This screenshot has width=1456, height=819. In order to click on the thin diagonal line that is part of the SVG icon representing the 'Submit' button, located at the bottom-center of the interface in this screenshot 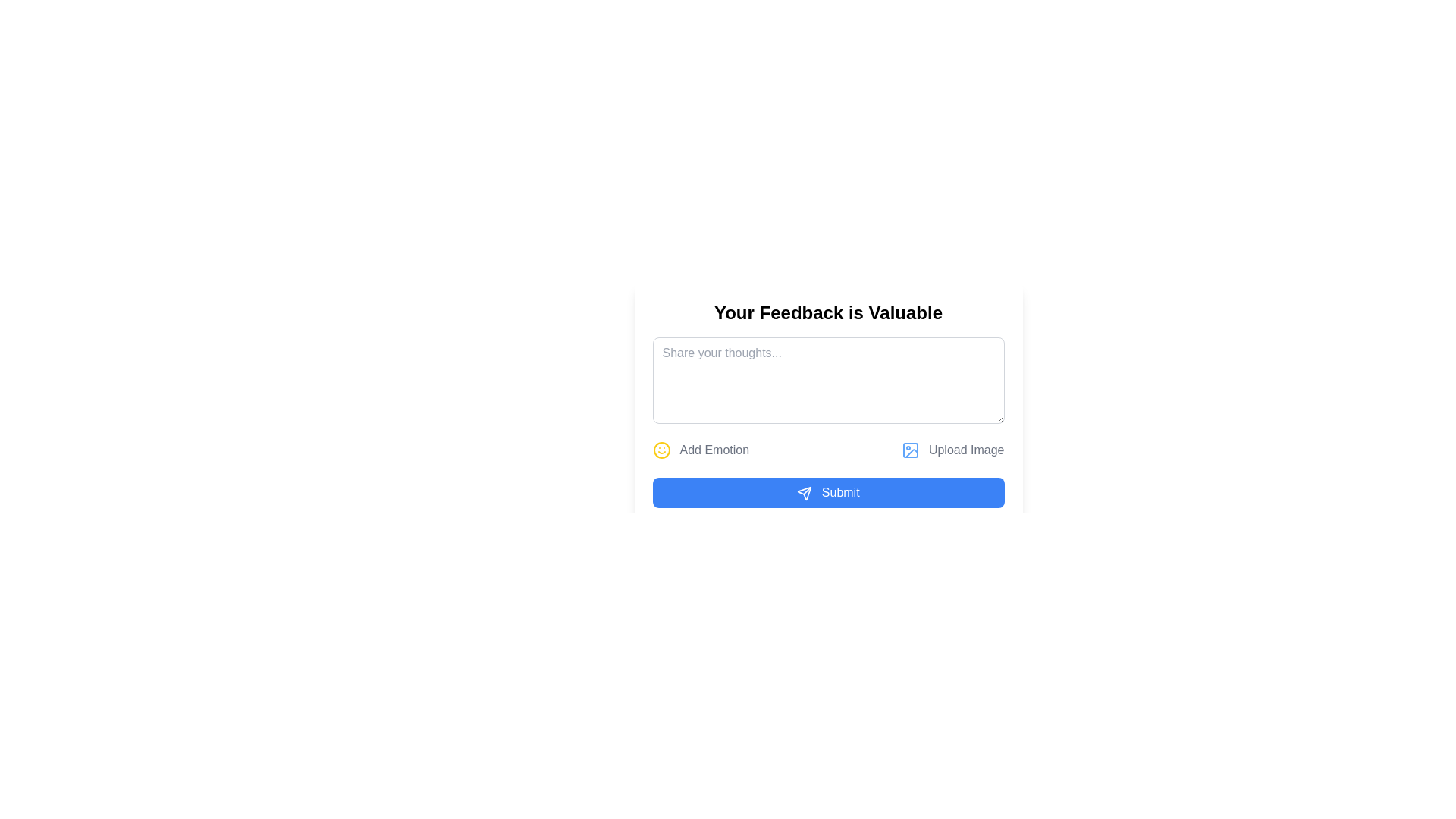, I will do `click(807, 491)`.